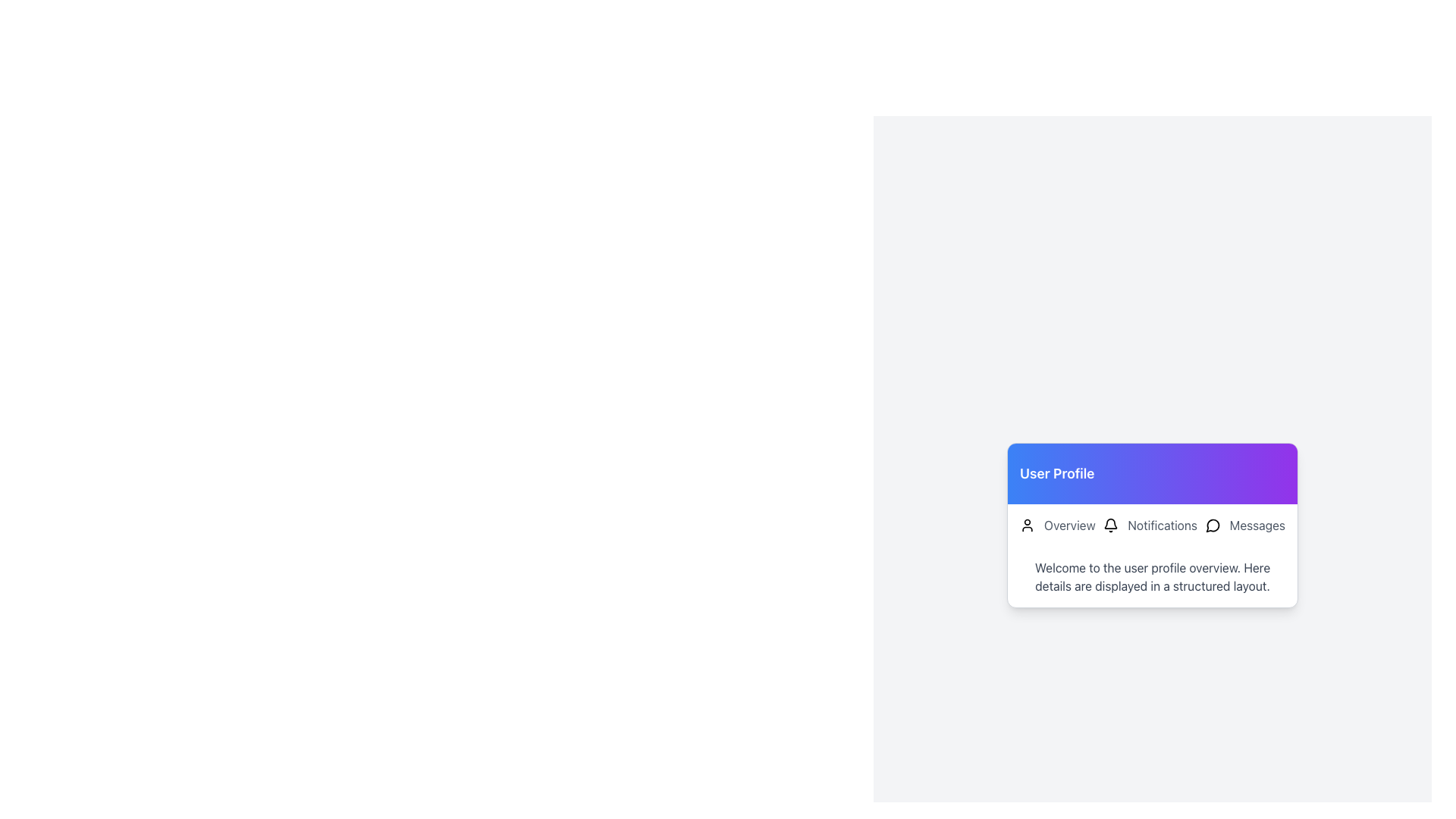  Describe the element at coordinates (1257, 525) in the screenshot. I see `the informational label or button indicating messaging features, located in the upper-right area of the menu, adjacent to the Notifications label and icon` at that location.